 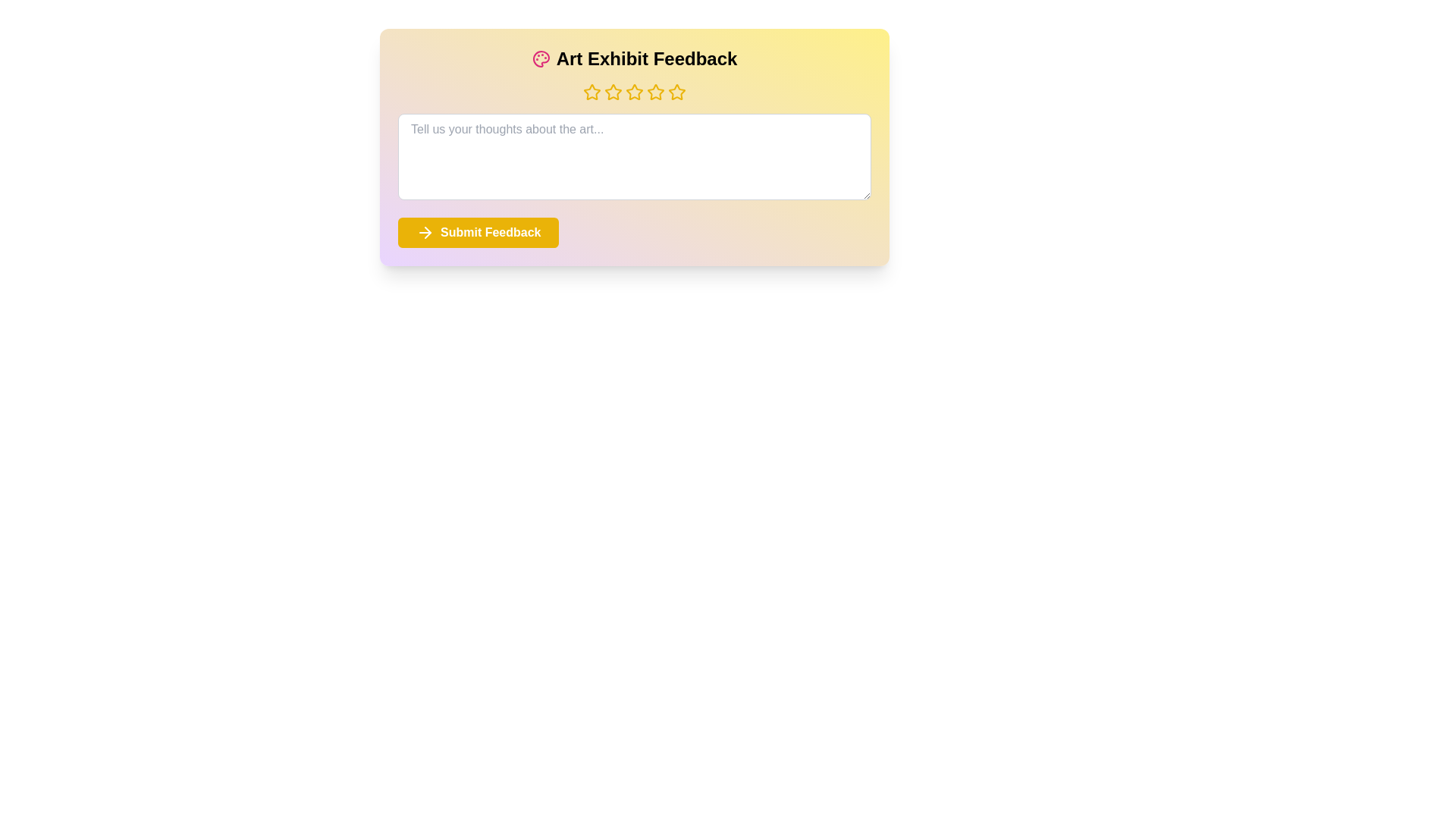 What do you see at coordinates (477, 233) in the screenshot?
I see `the 'Submit Feedback' button to submit the feedback` at bounding box center [477, 233].